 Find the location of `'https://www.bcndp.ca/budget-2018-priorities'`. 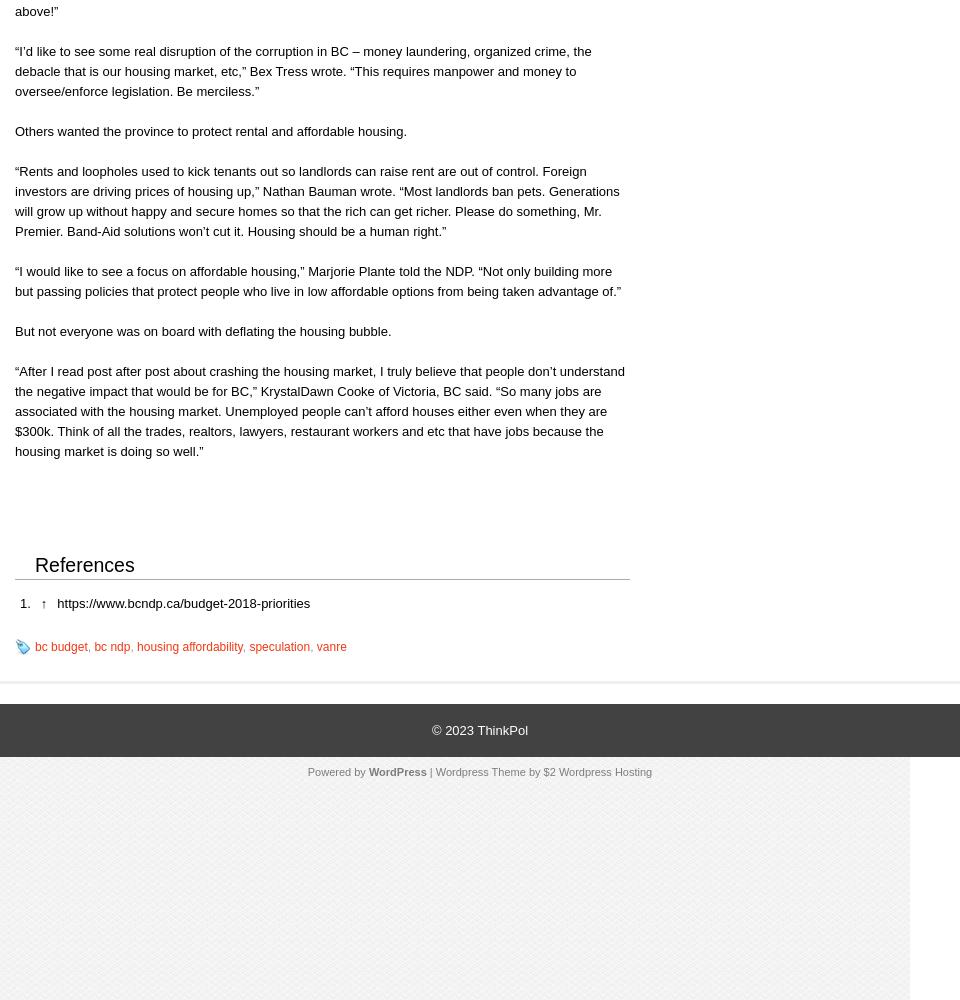

'https://www.bcndp.ca/budget-2018-priorities' is located at coordinates (56, 602).